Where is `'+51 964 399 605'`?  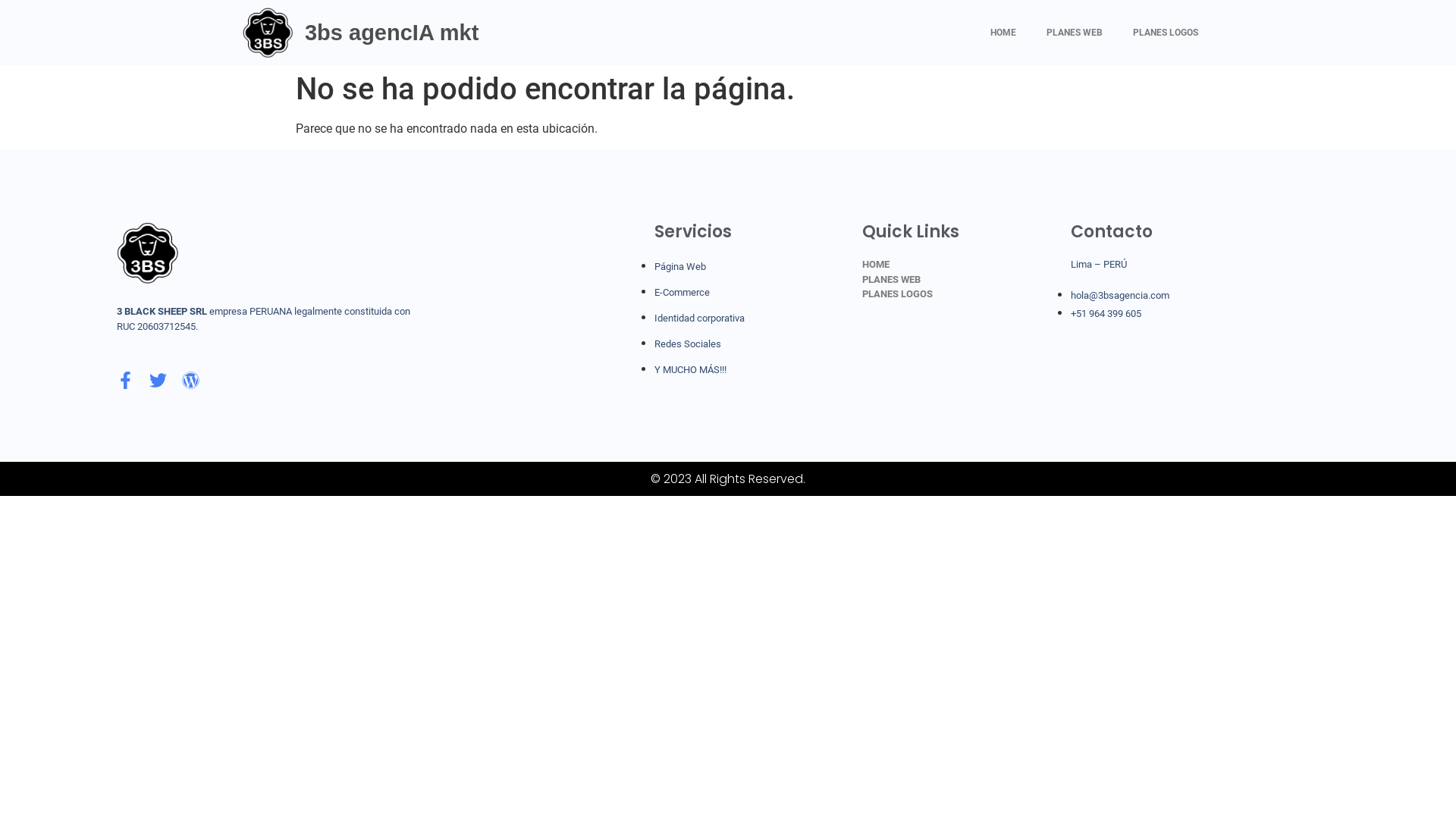
'+51 964 399 605' is located at coordinates (1106, 312).